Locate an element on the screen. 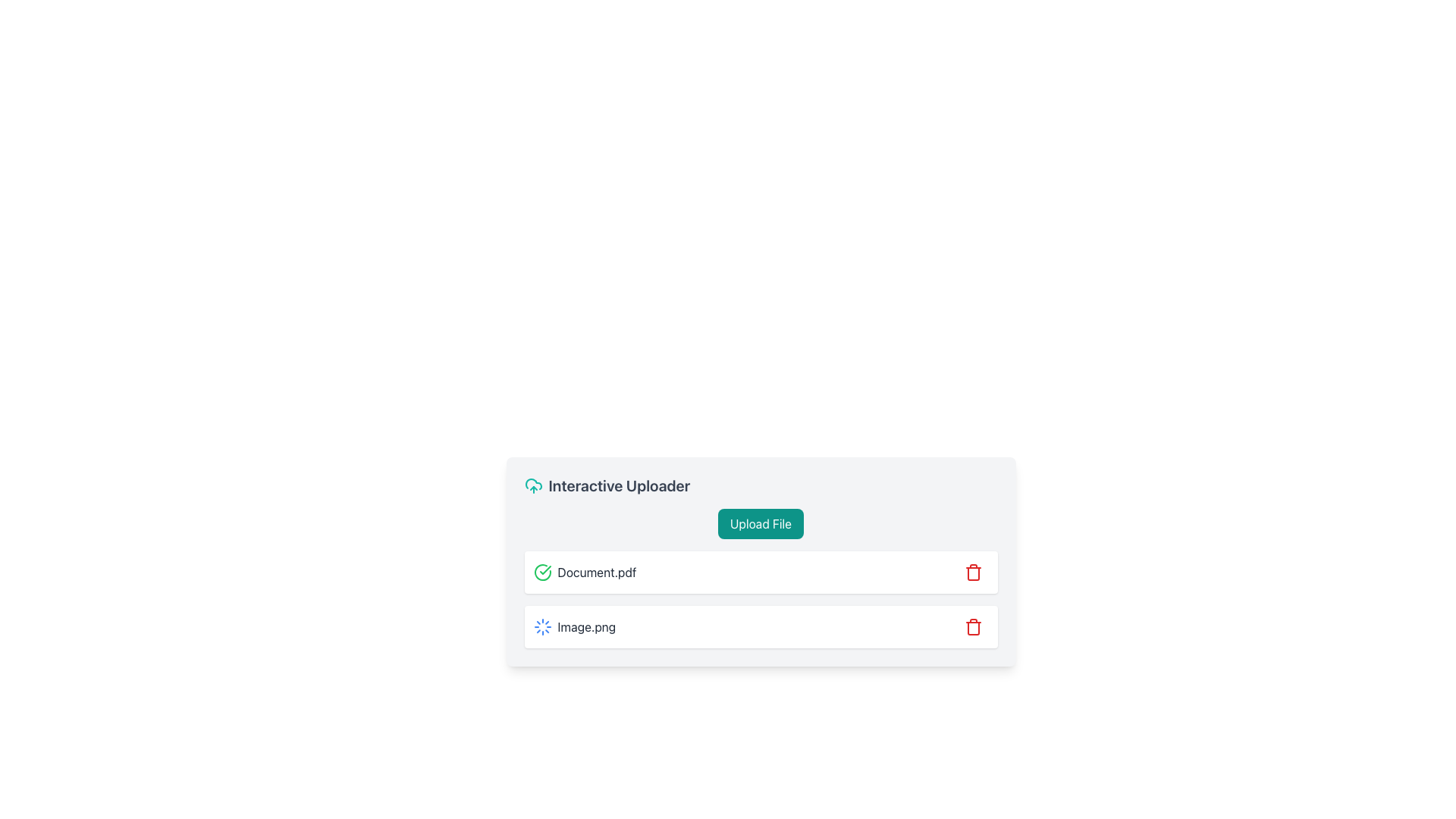  the trash icon button with a red border located in the top-right section of the file list interface, representing a delete action is located at coordinates (973, 573).